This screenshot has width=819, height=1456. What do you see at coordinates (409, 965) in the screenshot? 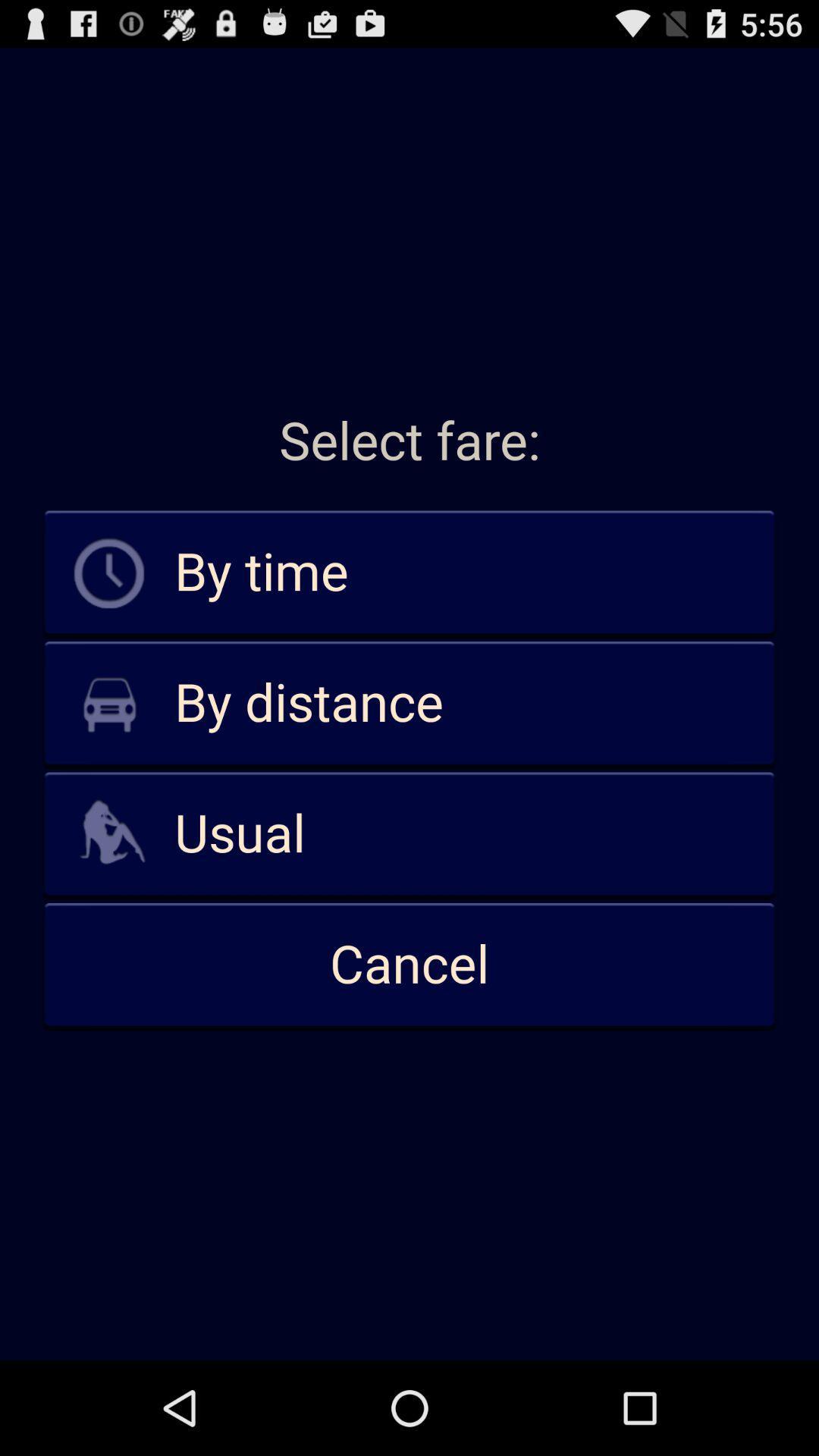
I see `the cancel app` at bounding box center [409, 965].